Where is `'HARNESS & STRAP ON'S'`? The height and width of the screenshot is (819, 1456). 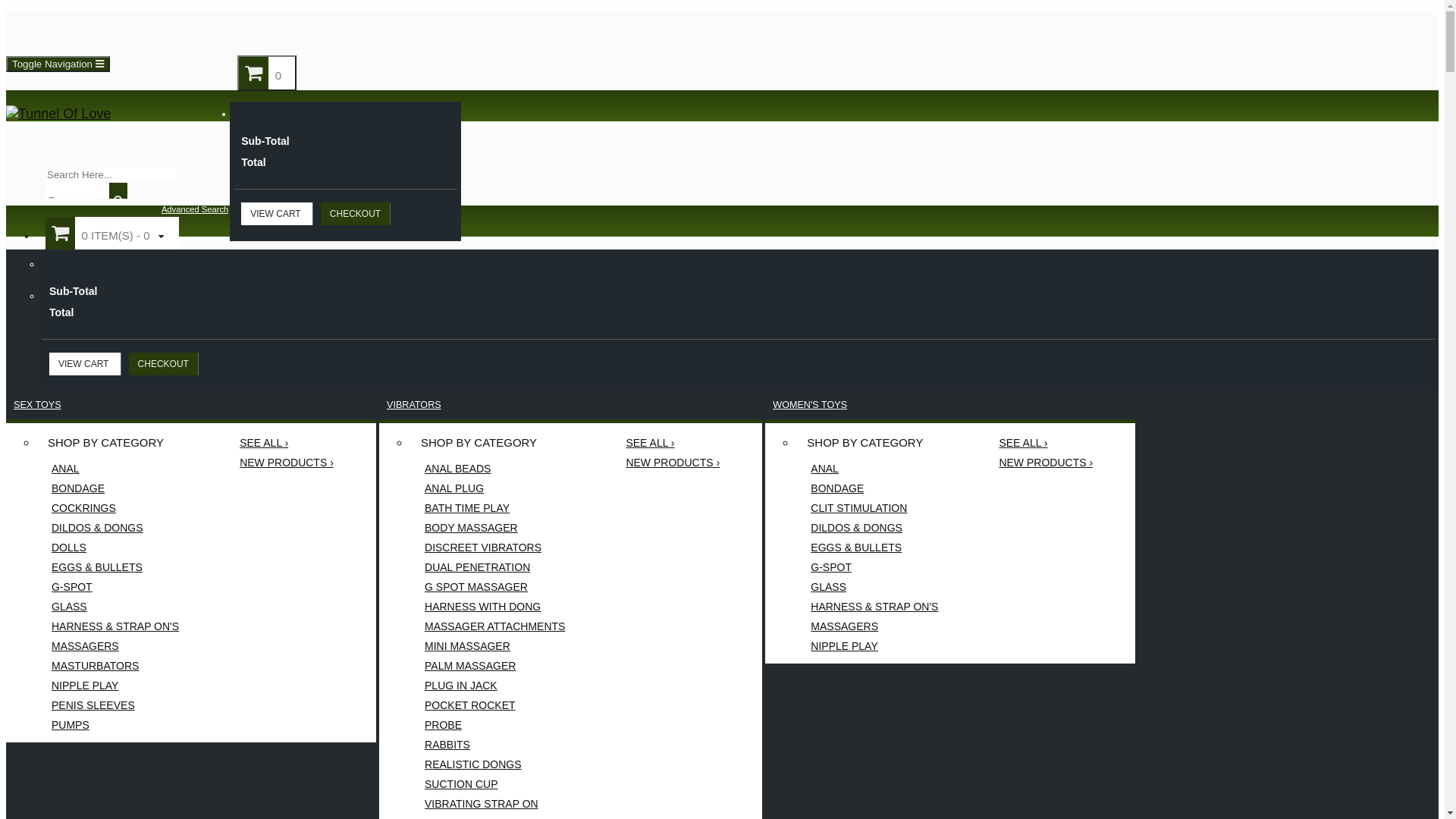
'HARNESS & STRAP ON'S' is located at coordinates (874, 605).